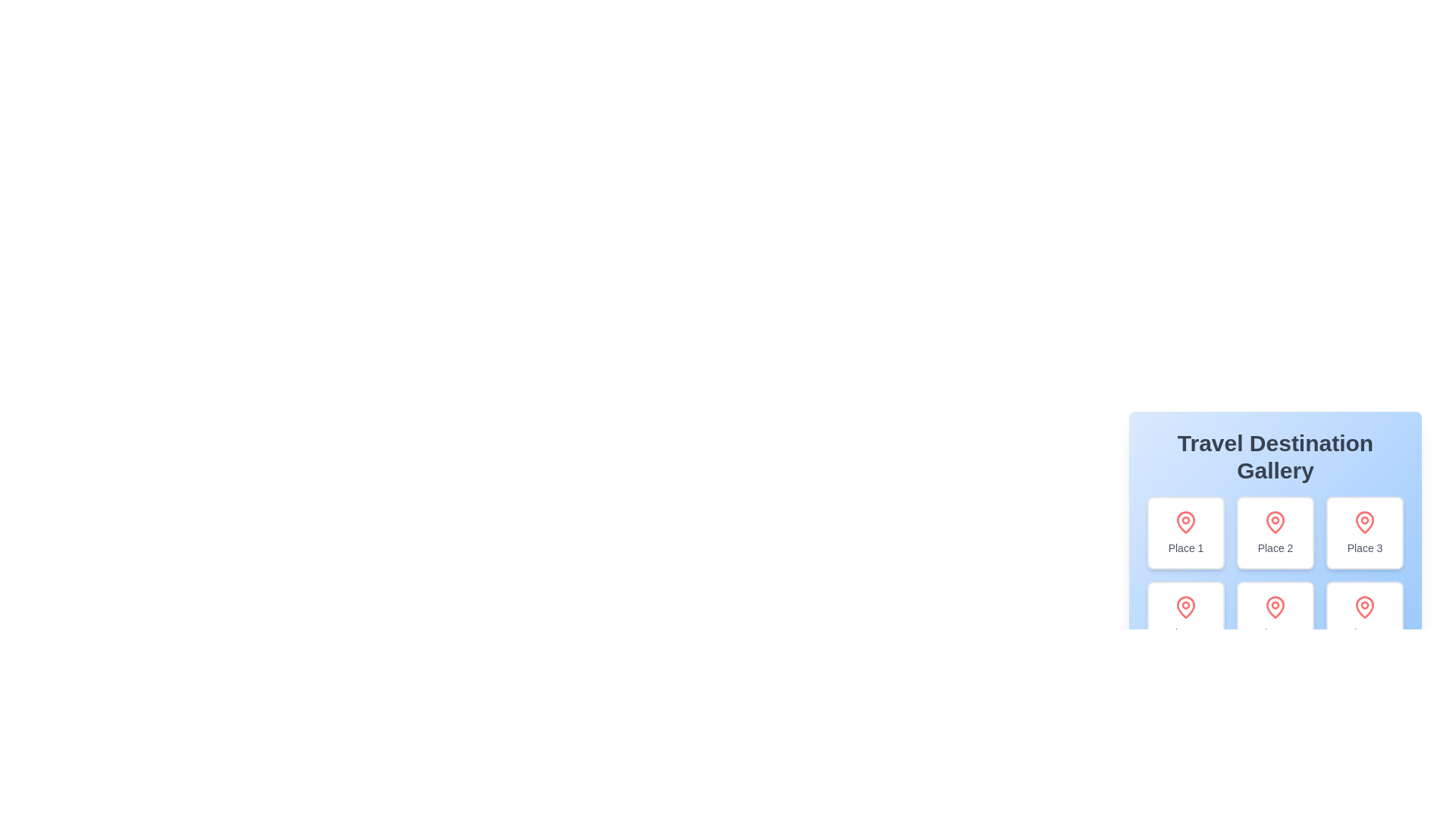 The height and width of the screenshot is (819, 1456). Describe the element at coordinates (1185, 548) in the screenshot. I see `text label that serves as a descriptive title for the place represented by the card, located below the red map pin icon in the gallery section` at that location.